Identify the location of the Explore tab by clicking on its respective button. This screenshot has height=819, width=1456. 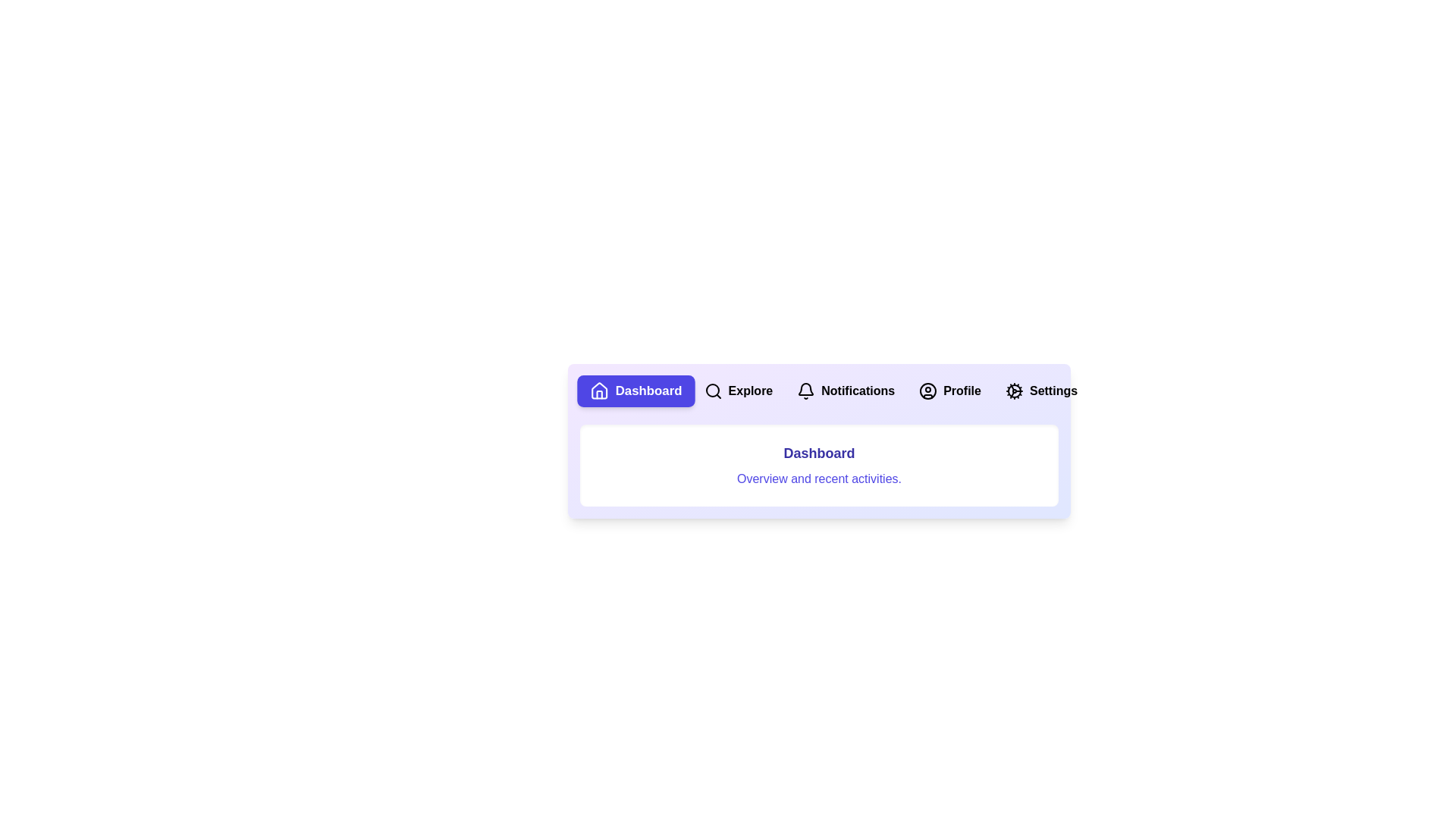
(738, 391).